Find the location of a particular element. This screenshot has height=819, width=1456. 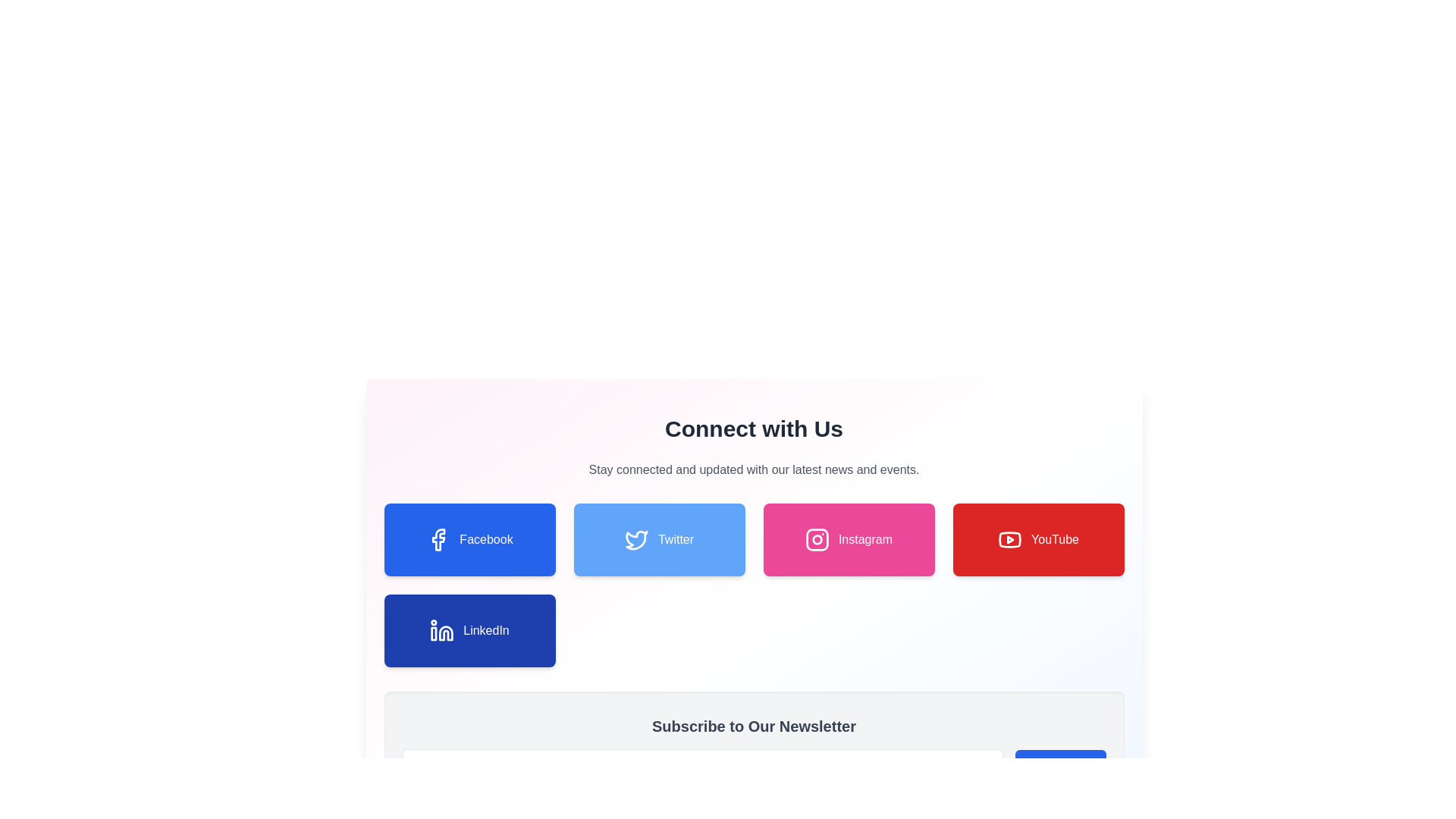

the text element that contains 'Stay connected and updated with our latest news and events.', which is styled with a light gray font and centered alignment, located below the header 'Connect with Us' is located at coordinates (754, 469).